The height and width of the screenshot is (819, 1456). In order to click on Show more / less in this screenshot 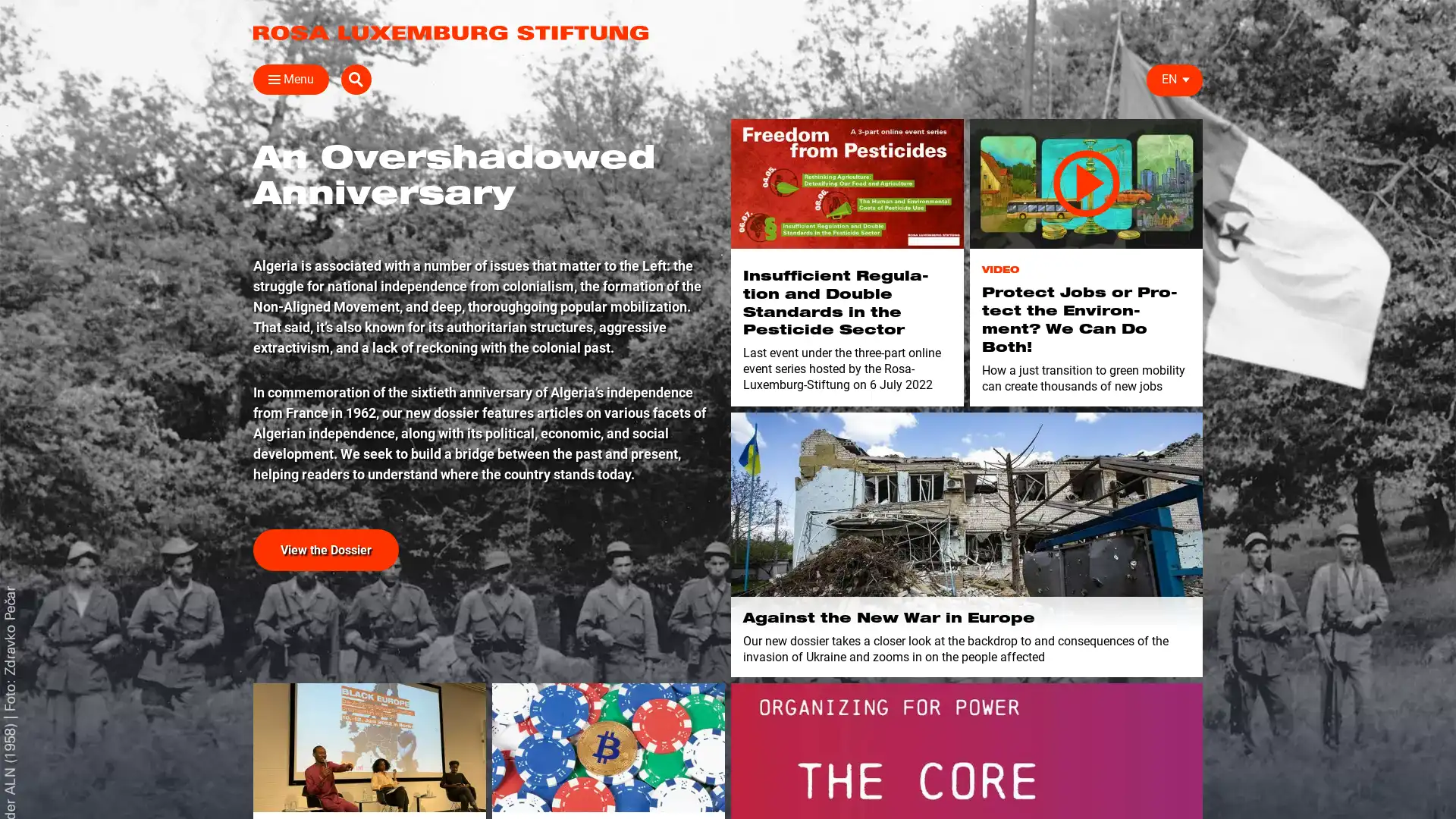, I will do `click(874, 275)`.